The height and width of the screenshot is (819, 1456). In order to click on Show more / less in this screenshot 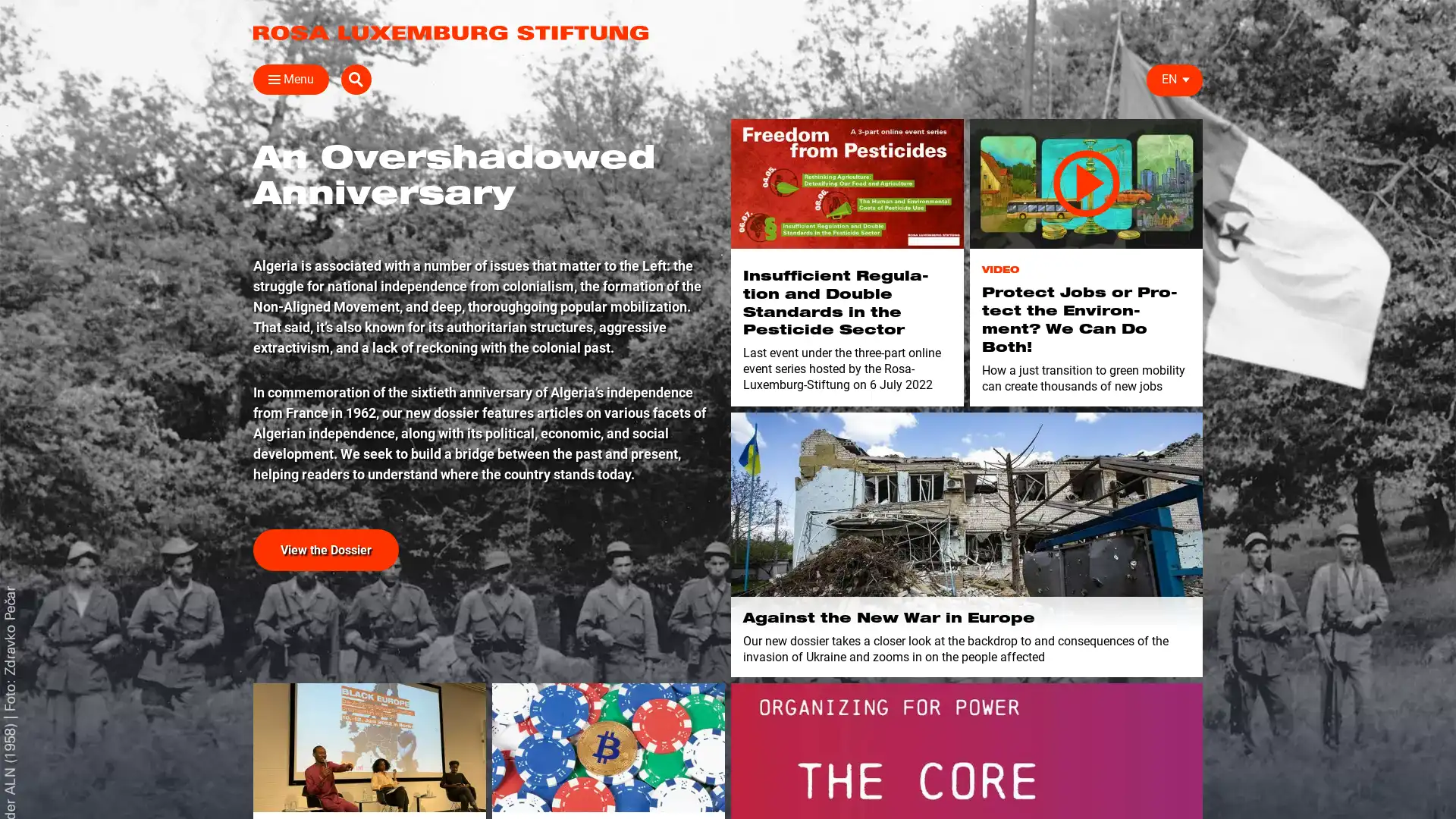, I will do `click(874, 275)`.